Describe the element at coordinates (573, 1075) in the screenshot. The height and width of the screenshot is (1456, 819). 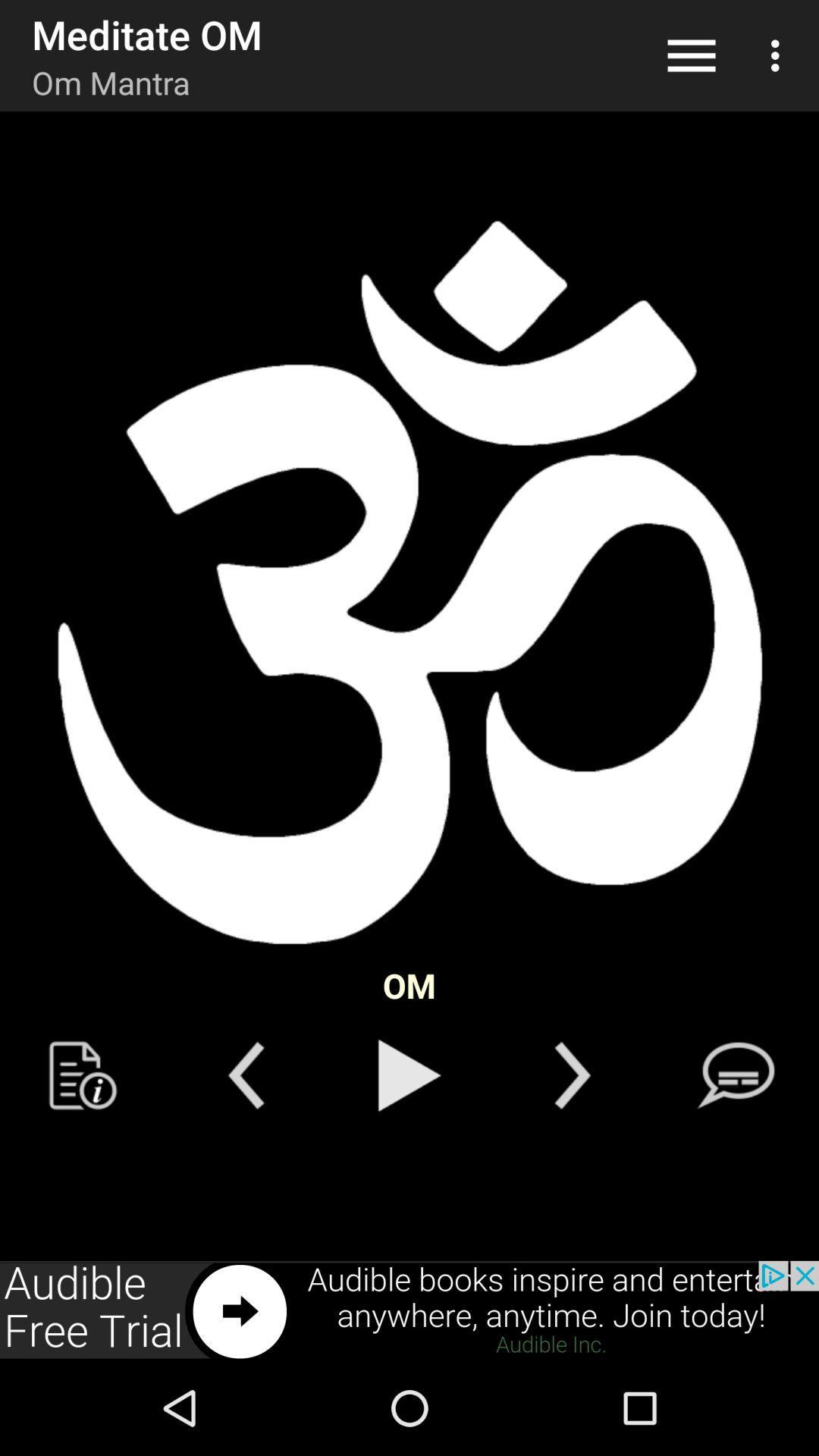
I see `next` at that location.